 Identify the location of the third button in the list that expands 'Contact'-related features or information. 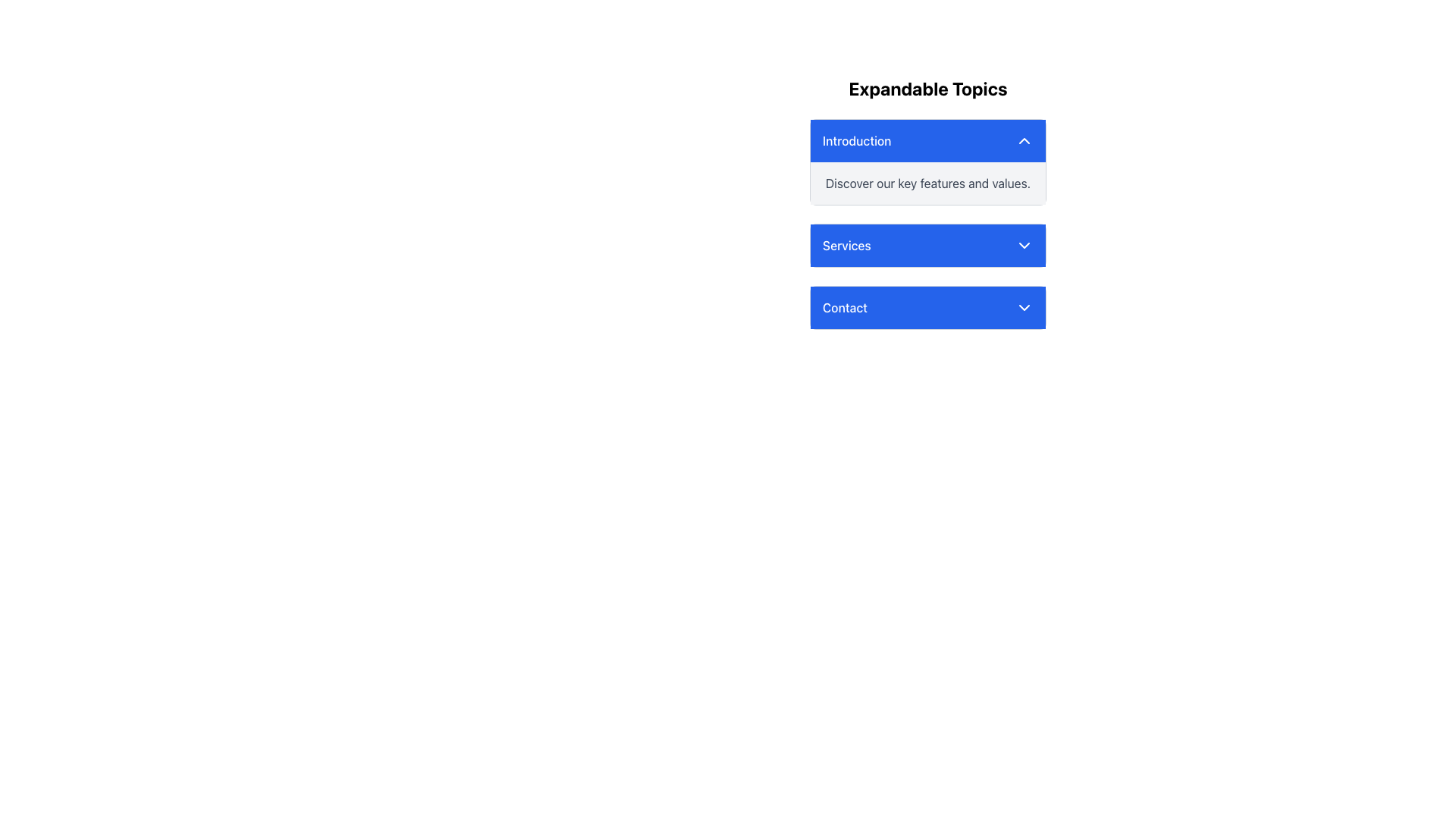
(927, 307).